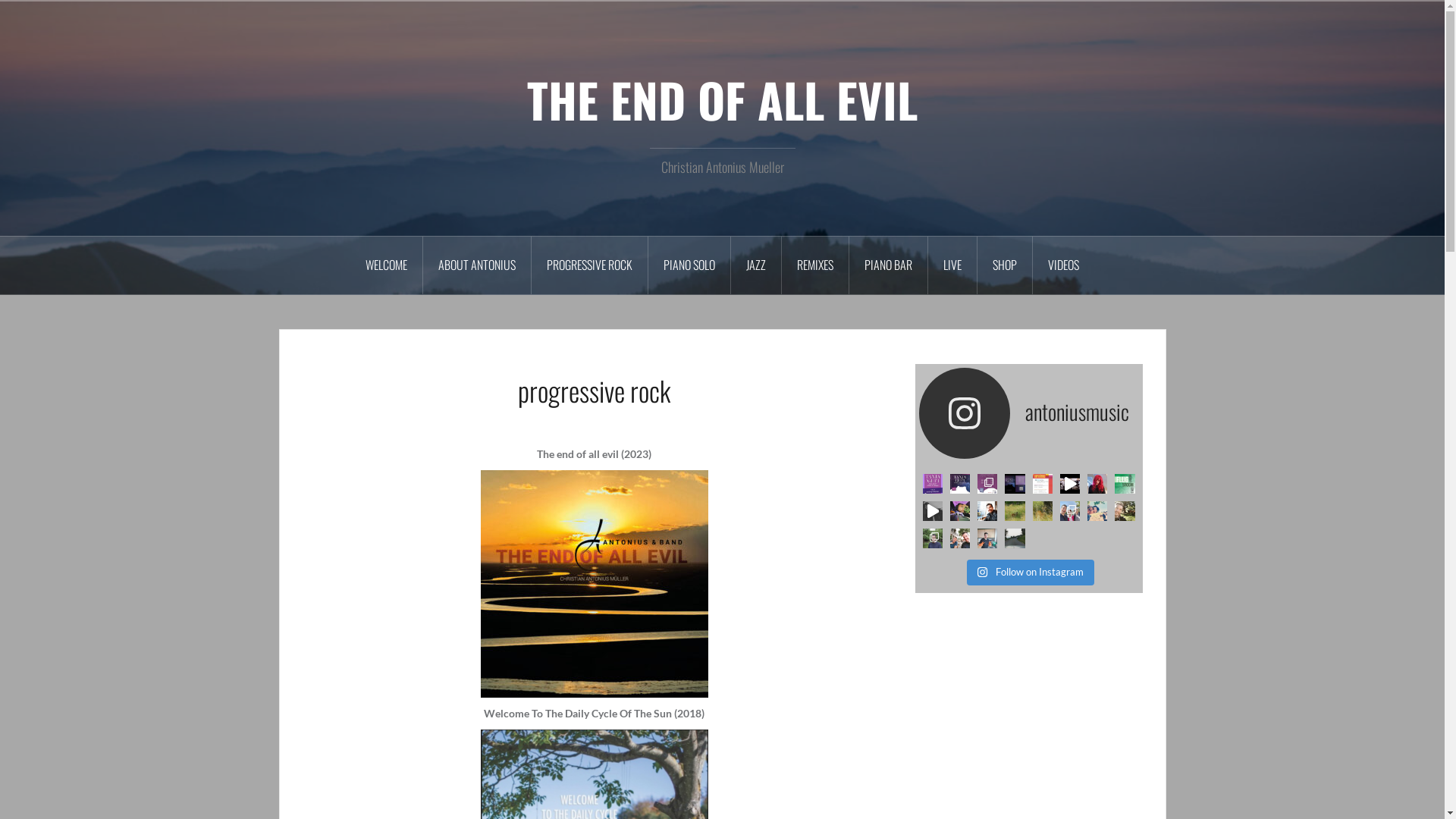 Image resolution: width=1456 pixels, height=819 pixels. Describe the element at coordinates (689, 265) in the screenshot. I see `'PIANO SOLO'` at that location.